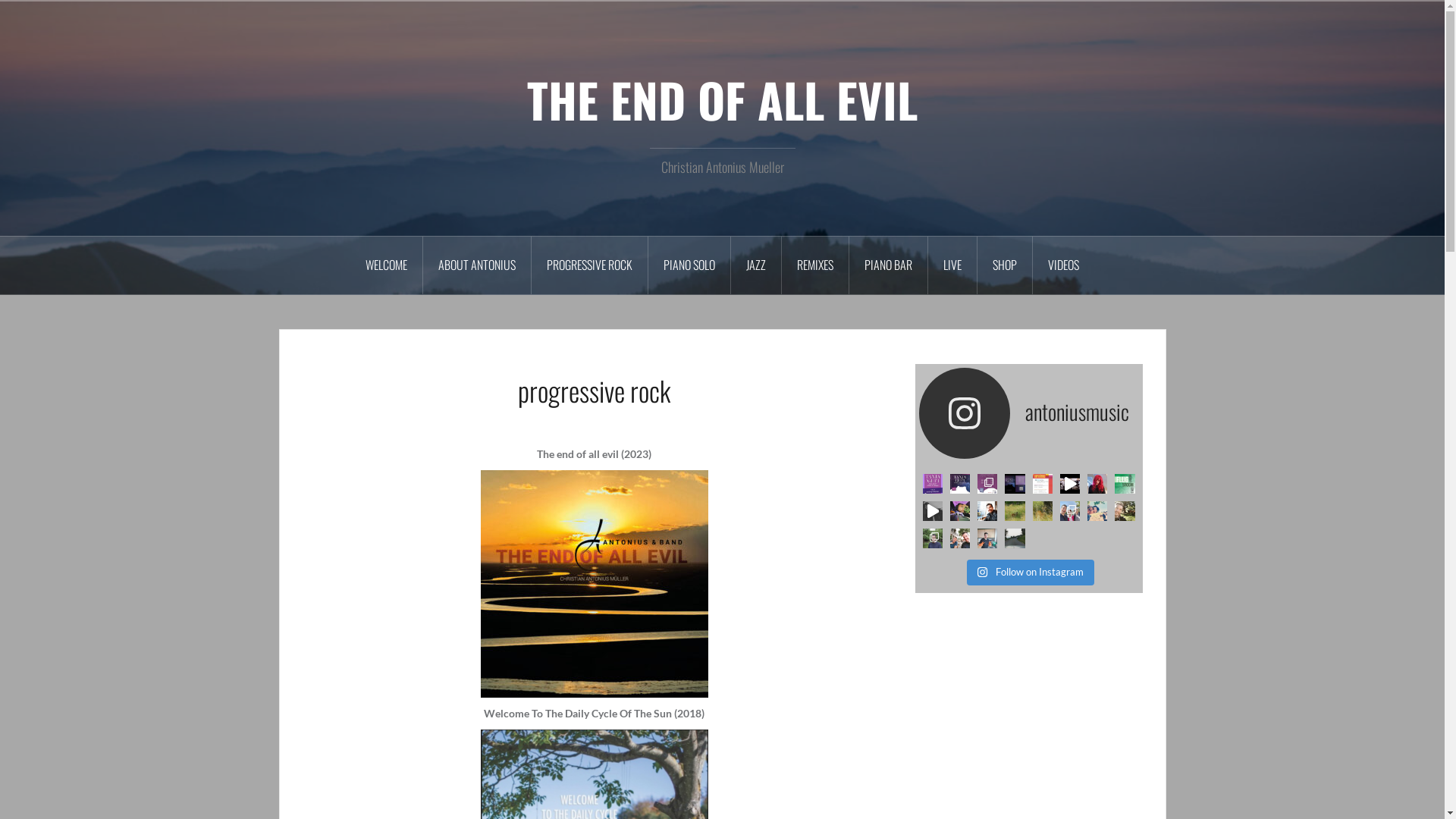 Image resolution: width=1456 pixels, height=819 pixels. Describe the element at coordinates (689, 265) in the screenshot. I see `'PIANO SOLO'` at that location.